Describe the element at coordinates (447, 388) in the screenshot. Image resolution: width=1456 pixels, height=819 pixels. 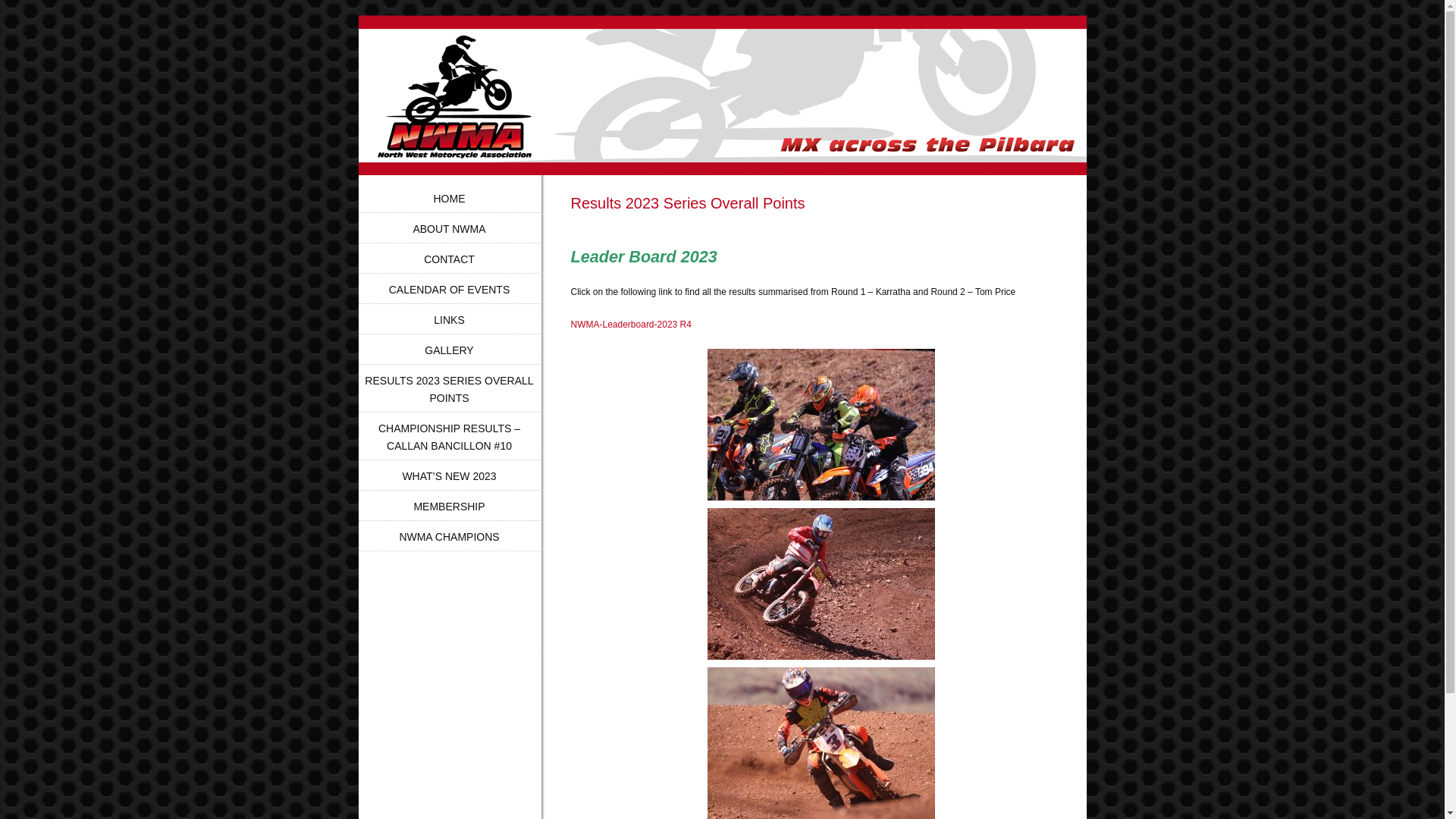
I see `'RESULTS 2023 SERIES OVERALL POINTS'` at that location.